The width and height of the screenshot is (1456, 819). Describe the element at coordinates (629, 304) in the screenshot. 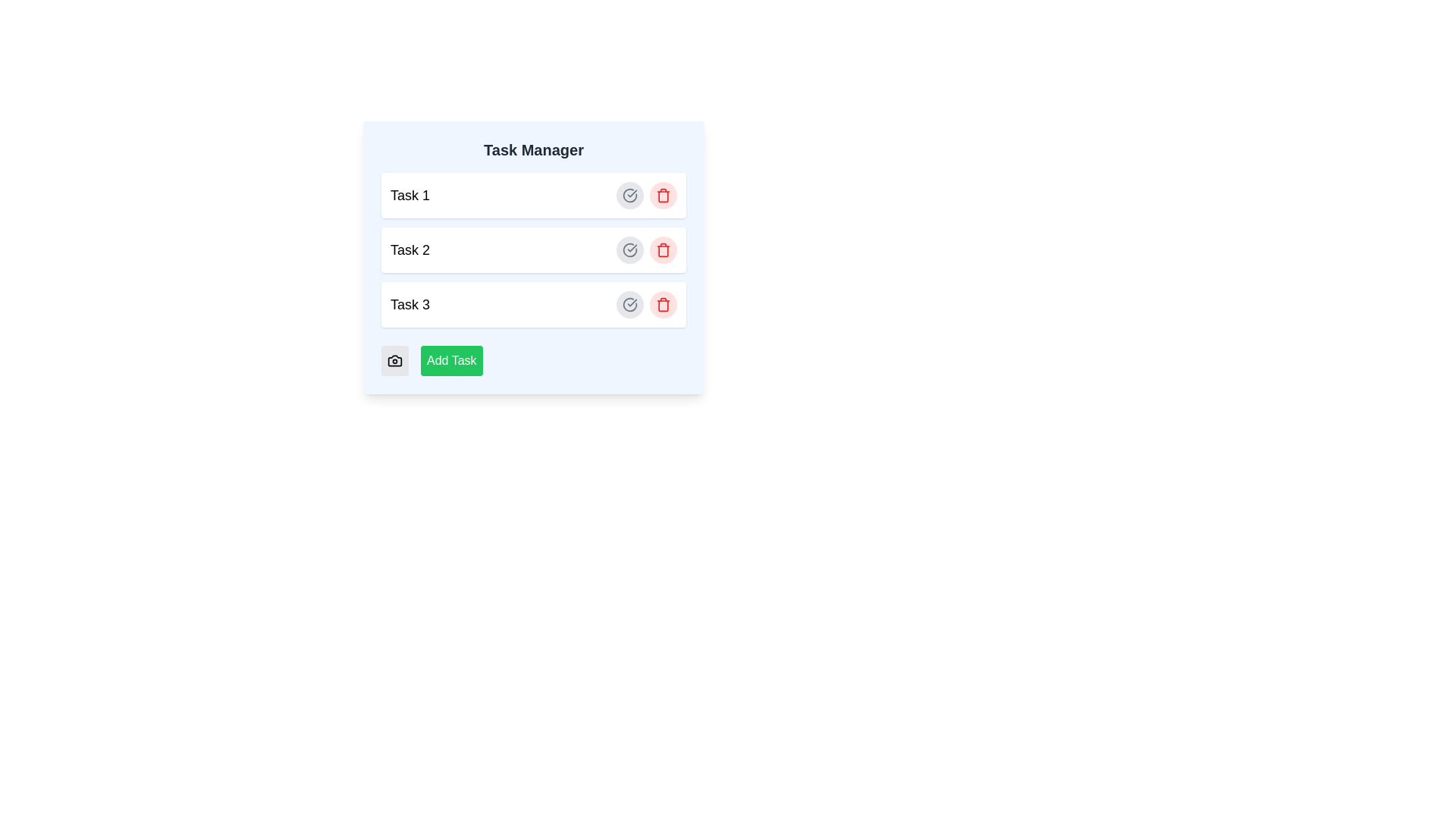

I see `the completion indicator button for the 'Task 3' item to mark the task as completed` at that location.